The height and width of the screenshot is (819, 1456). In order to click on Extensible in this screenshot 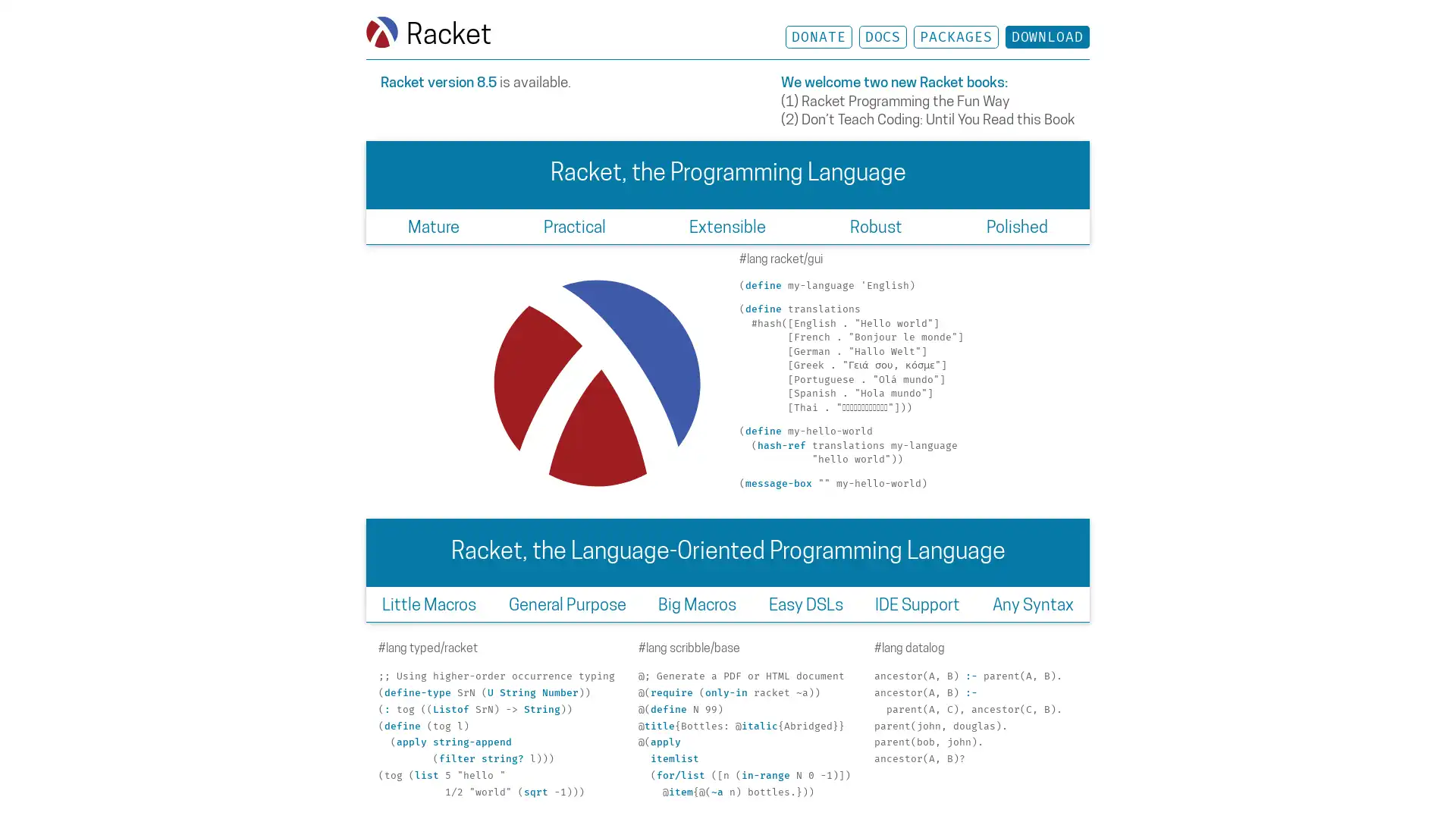, I will do `click(726, 226)`.